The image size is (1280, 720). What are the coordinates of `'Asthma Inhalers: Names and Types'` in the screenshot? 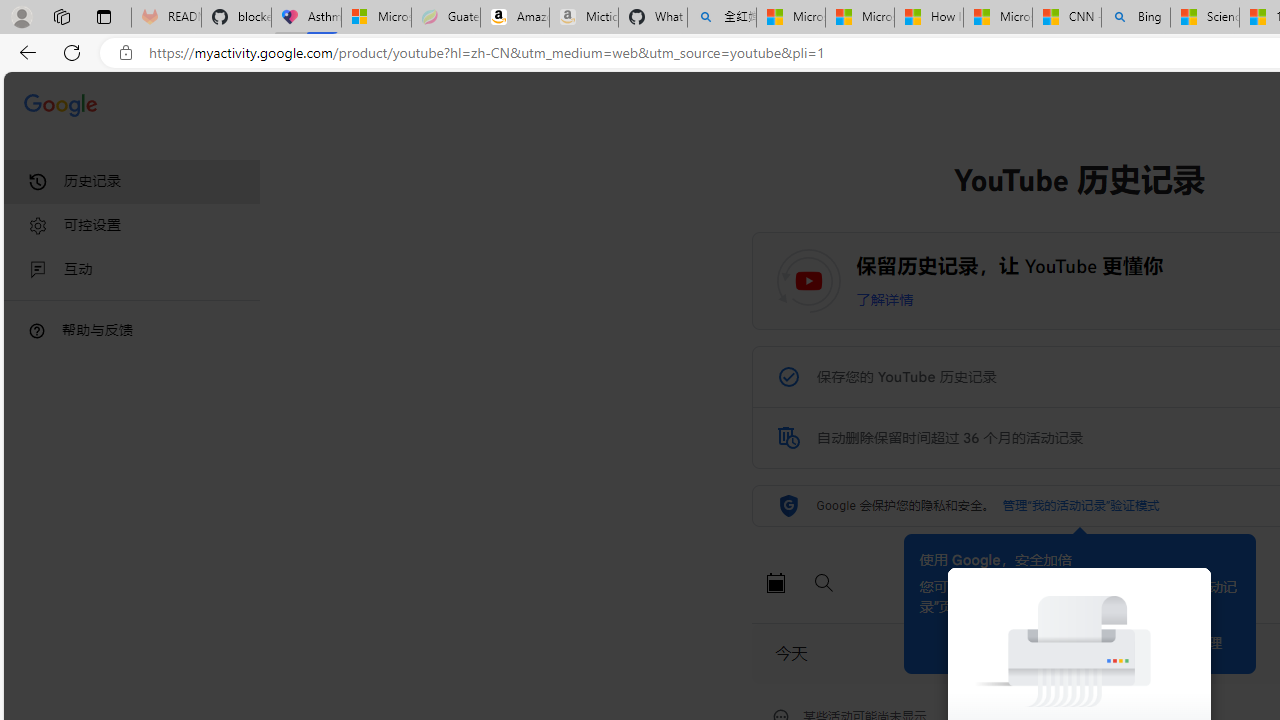 It's located at (304, 17).